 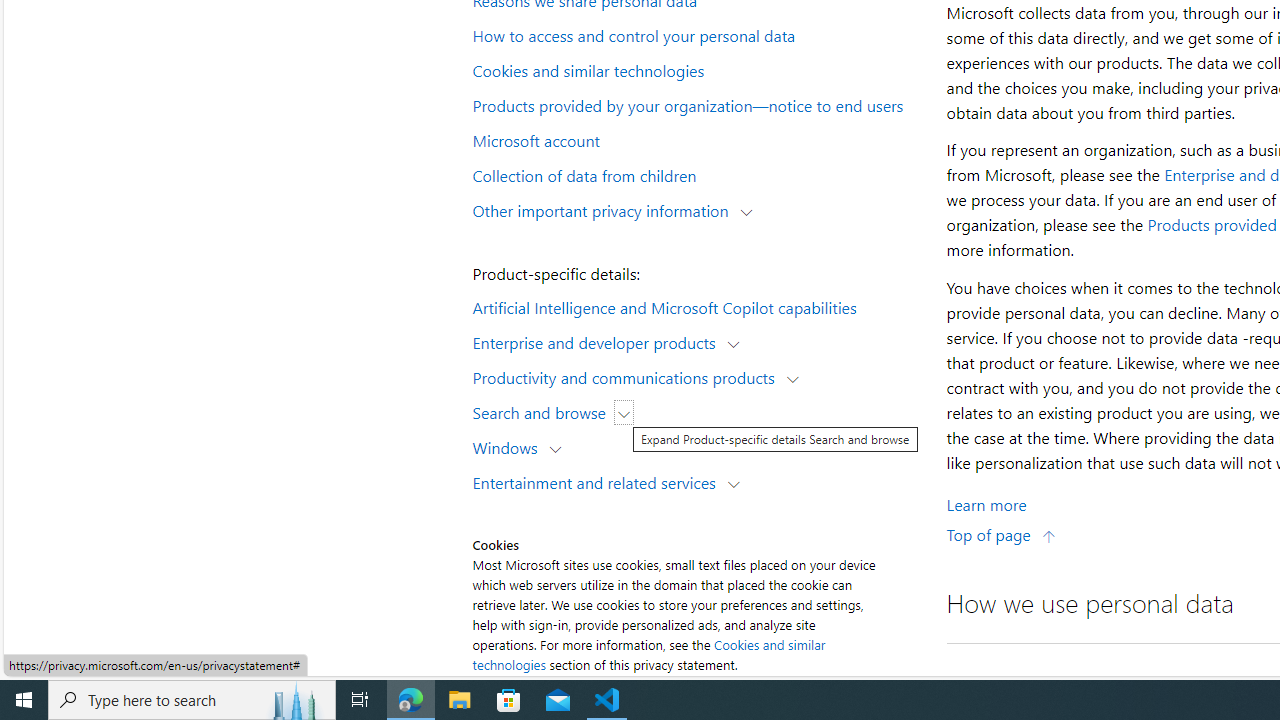 What do you see at coordinates (510, 446) in the screenshot?
I see `'Windows'` at bounding box center [510, 446].